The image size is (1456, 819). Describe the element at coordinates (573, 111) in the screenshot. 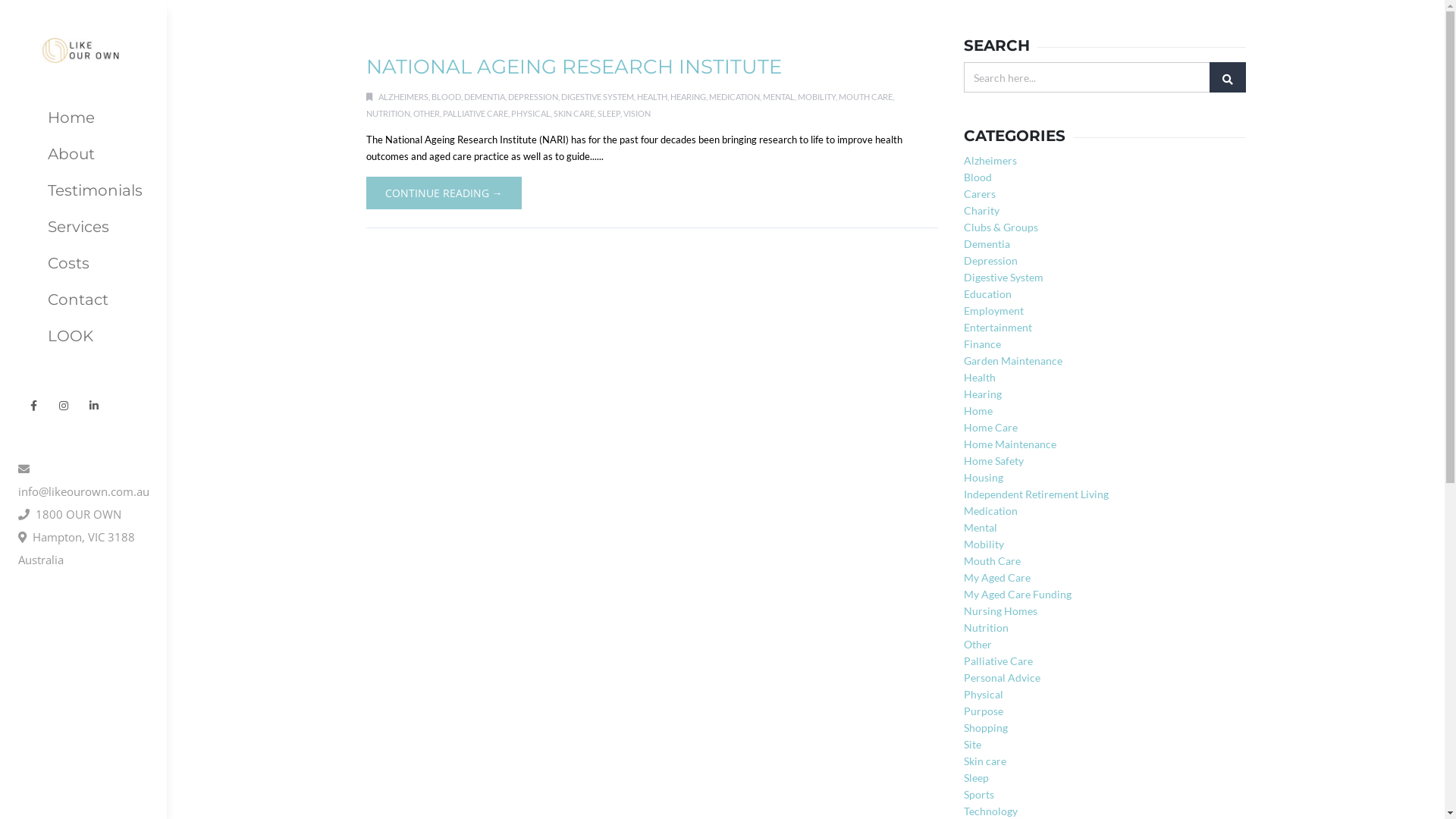

I see `'SKIN CARE'` at that location.